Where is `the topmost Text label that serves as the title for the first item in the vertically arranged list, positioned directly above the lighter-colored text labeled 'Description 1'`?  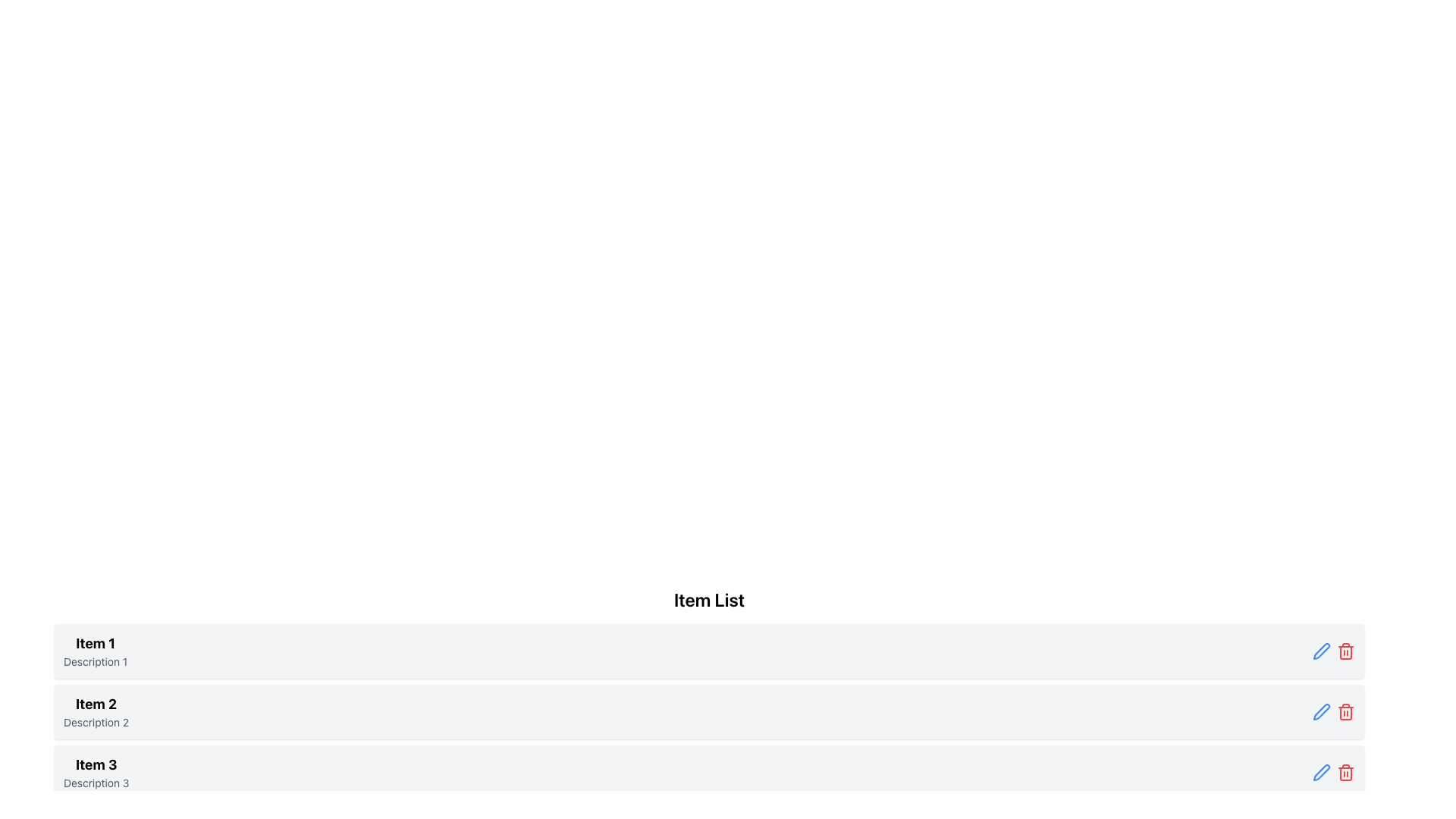 the topmost Text label that serves as the title for the first item in the vertically arranged list, positioned directly above the lighter-colored text labeled 'Description 1' is located at coordinates (95, 643).